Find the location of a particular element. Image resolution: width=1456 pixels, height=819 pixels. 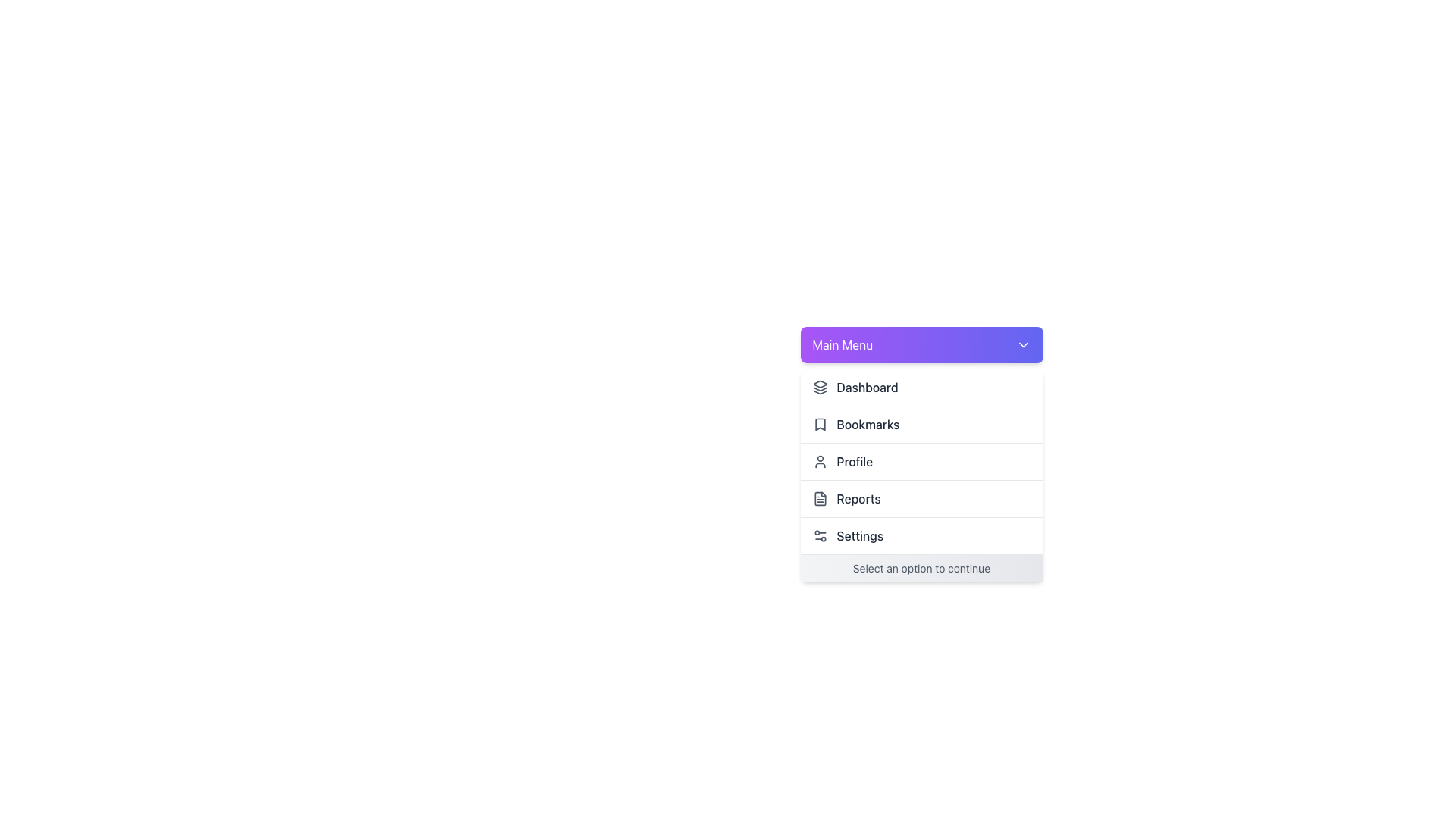

the 'Profile' menu option text located in the vertical navigation menu, which is the third item in the list next to the user icon is located at coordinates (855, 461).